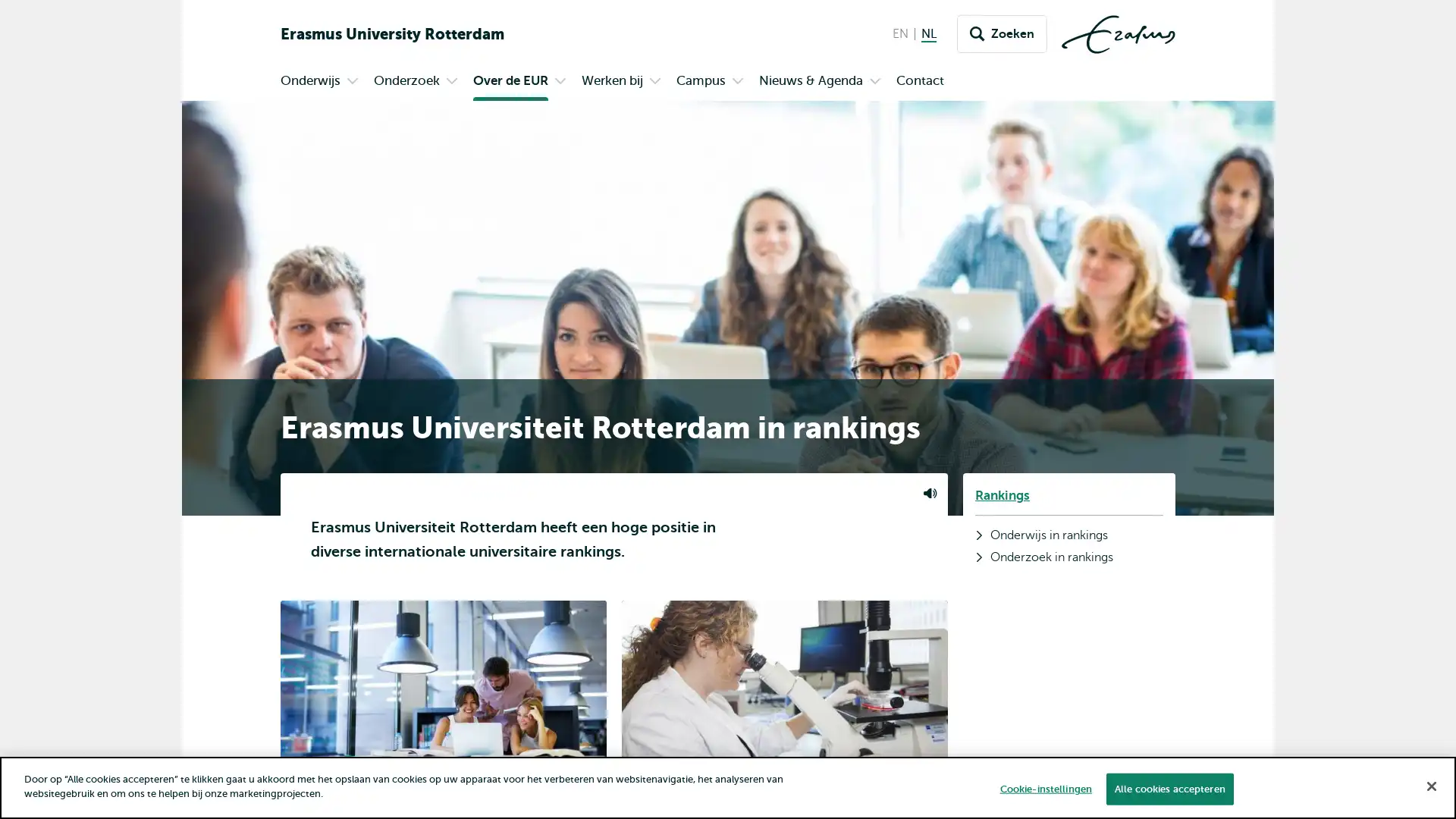 Image resolution: width=1456 pixels, height=819 pixels. What do you see at coordinates (560, 82) in the screenshot?
I see `Open submenu` at bounding box center [560, 82].